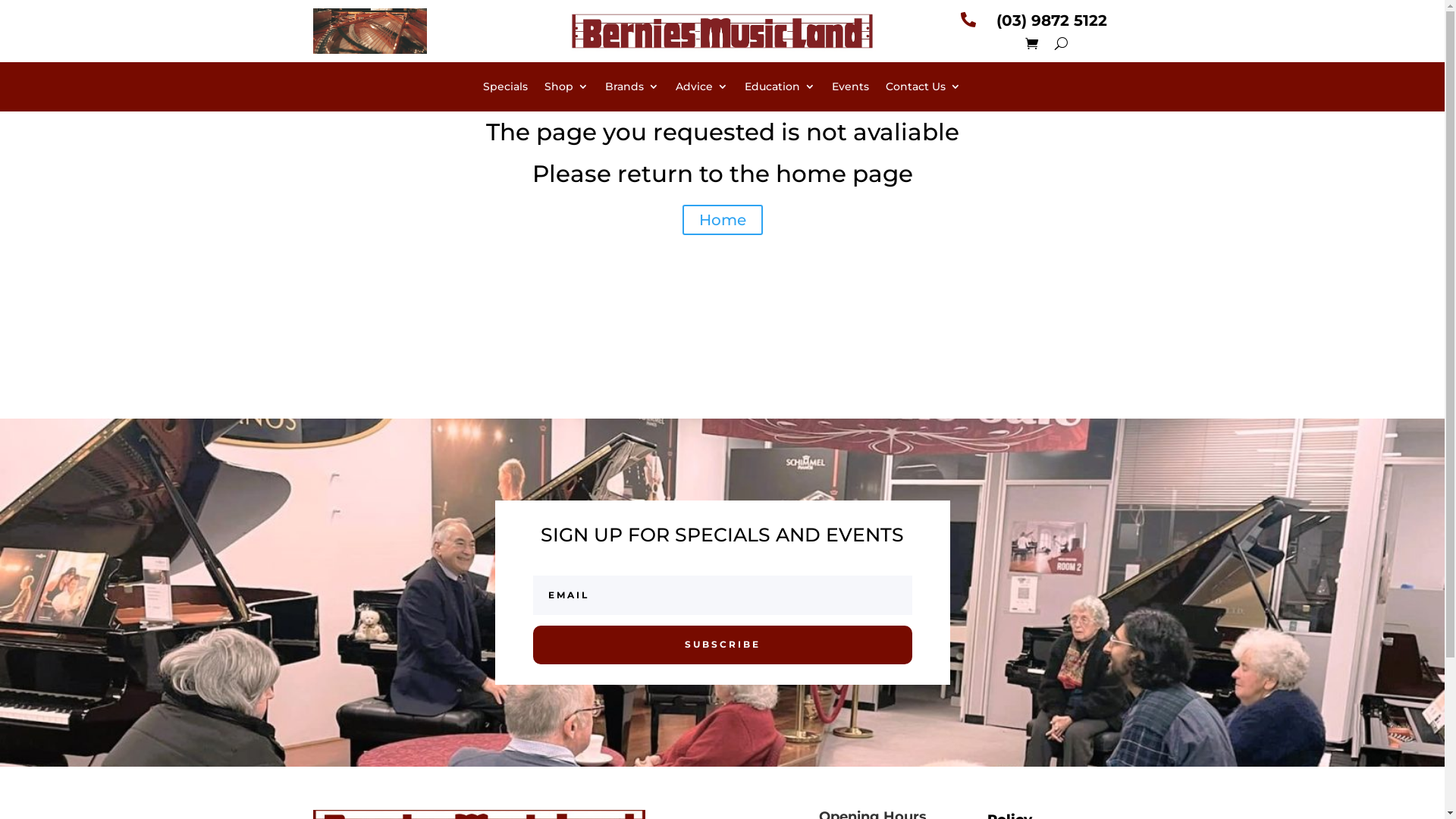  Describe the element at coordinates (922, 89) in the screenshot. I see `'Contact Us'` at that location.